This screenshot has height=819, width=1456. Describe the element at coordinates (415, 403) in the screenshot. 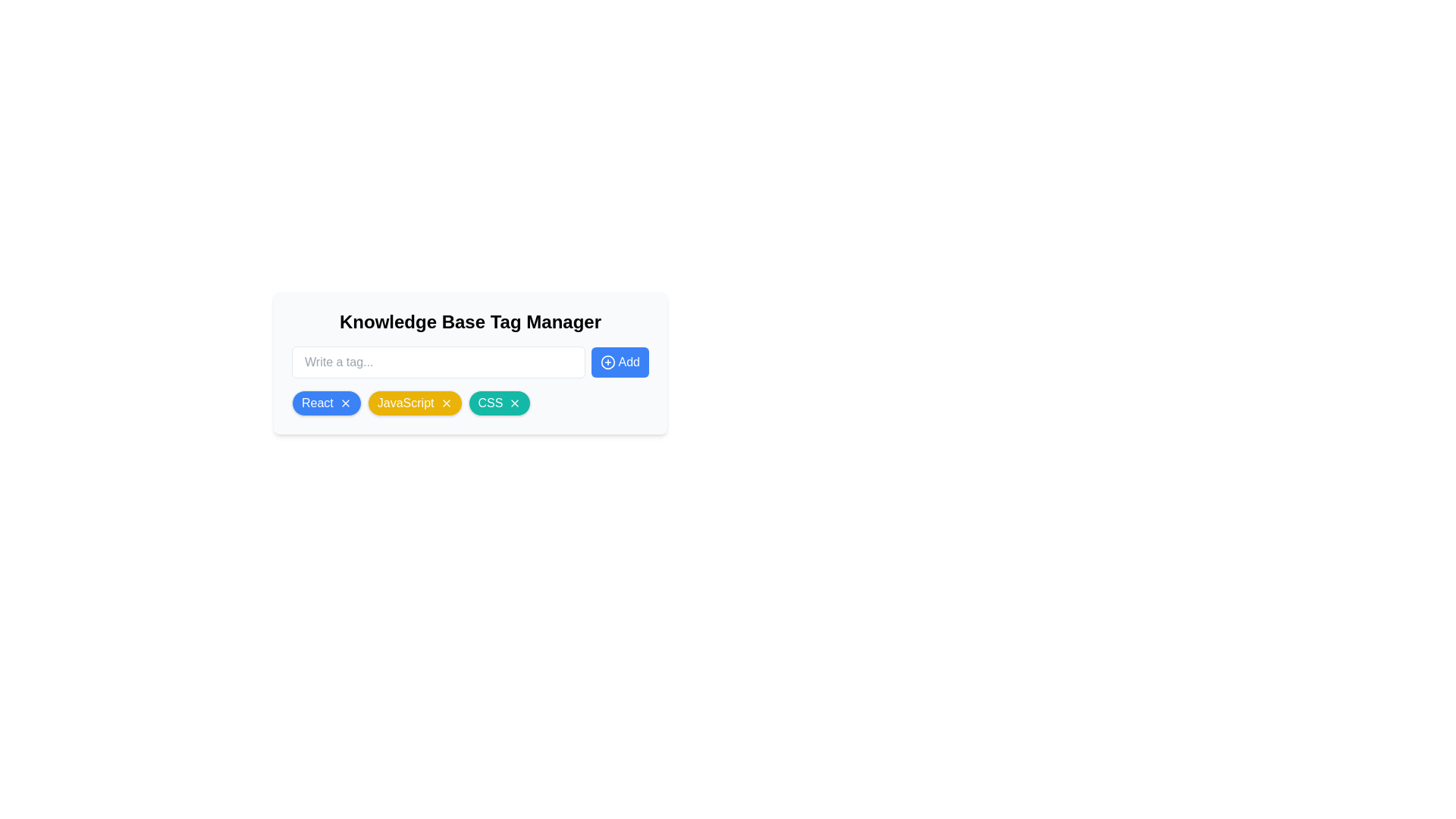

I see `the pill-shaped button labeled 'JavaScript' with a yellow background and white text` at that location.